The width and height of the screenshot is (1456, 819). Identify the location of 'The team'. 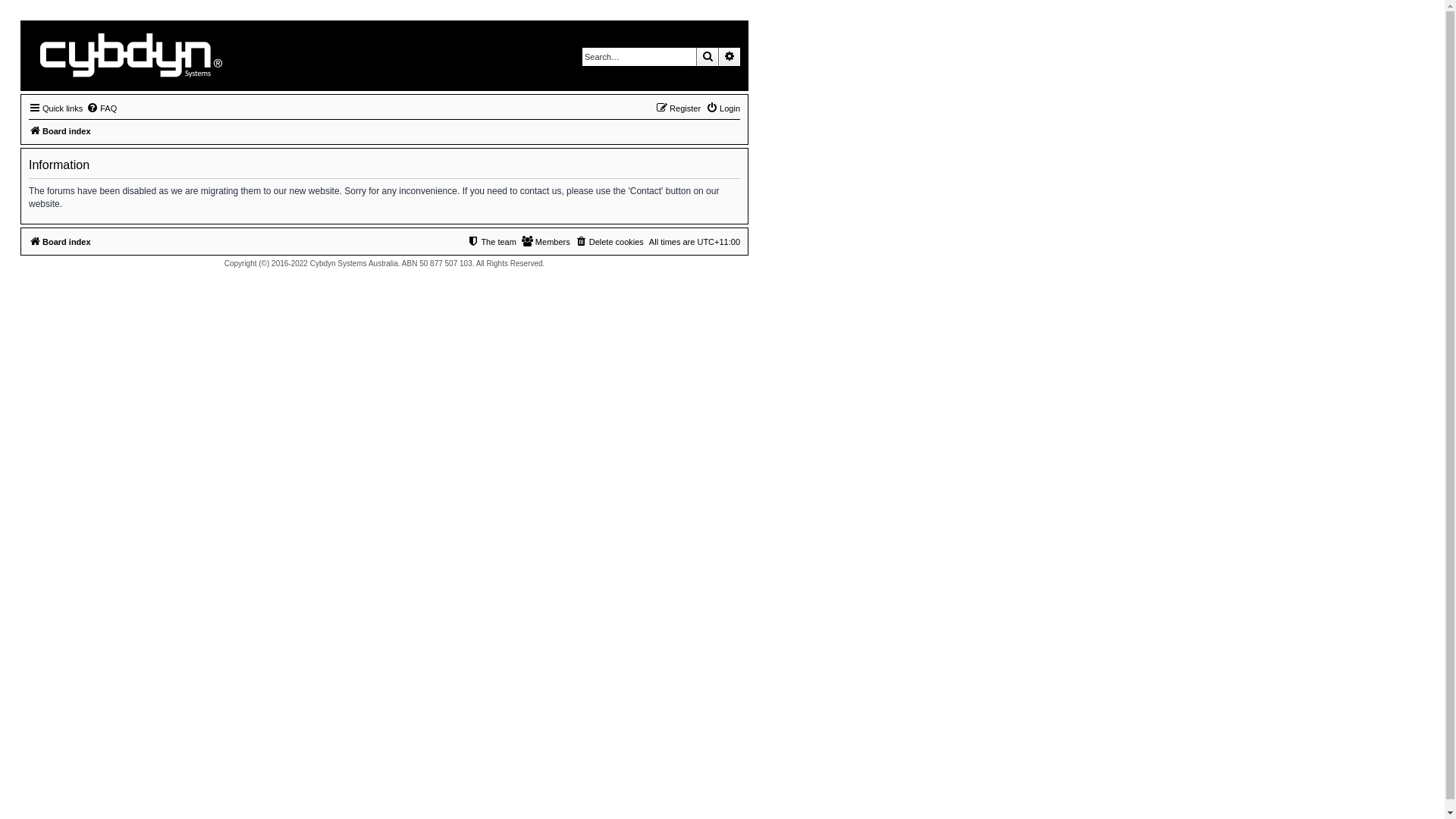
(491, 241).